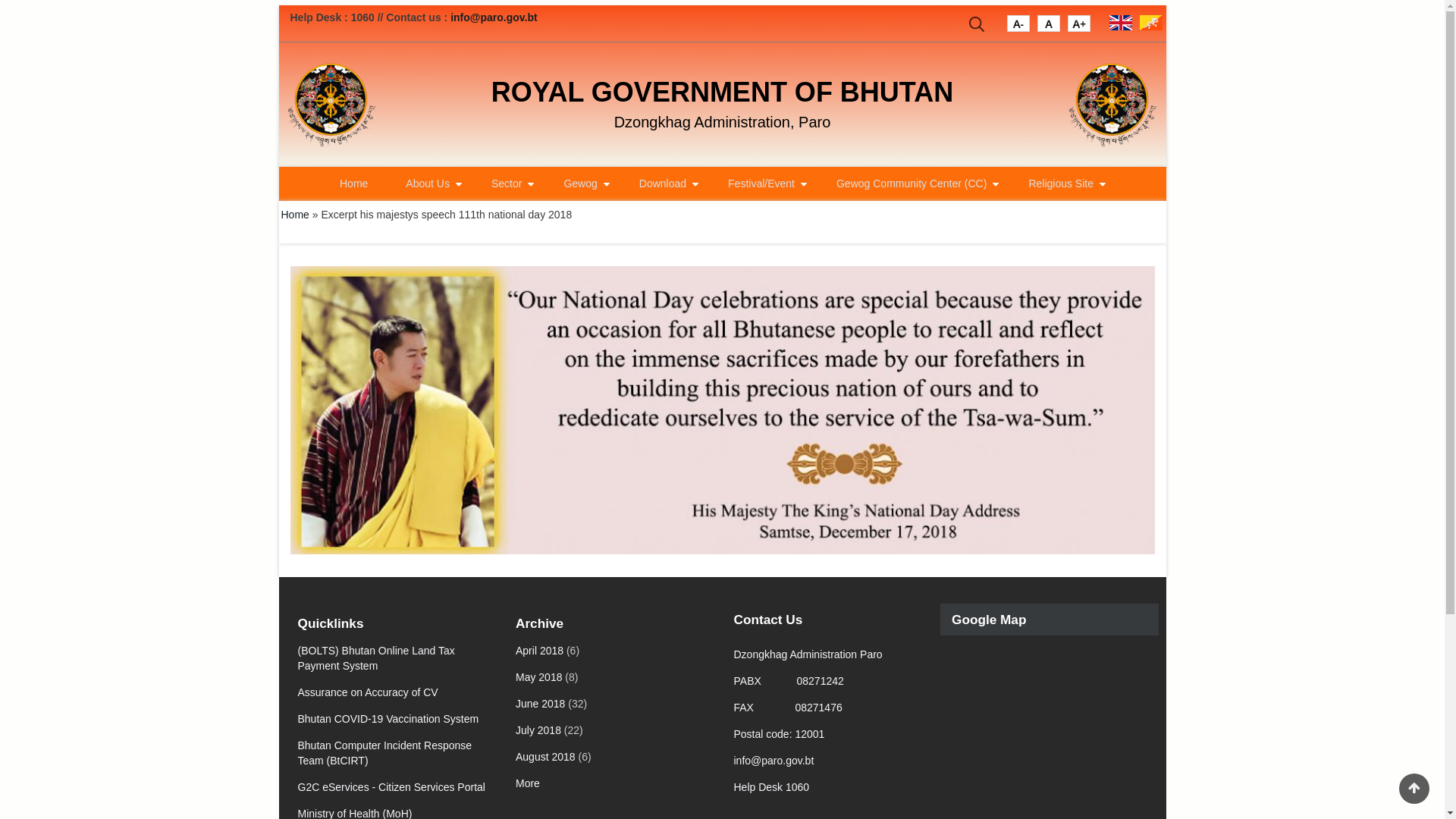 Image resolution: width=1456 pixels, height=819 pixels. What do you see at coordinates (538, 676) in the screenshot?
I see `'May 2018'` at bounding box center [538, 676].